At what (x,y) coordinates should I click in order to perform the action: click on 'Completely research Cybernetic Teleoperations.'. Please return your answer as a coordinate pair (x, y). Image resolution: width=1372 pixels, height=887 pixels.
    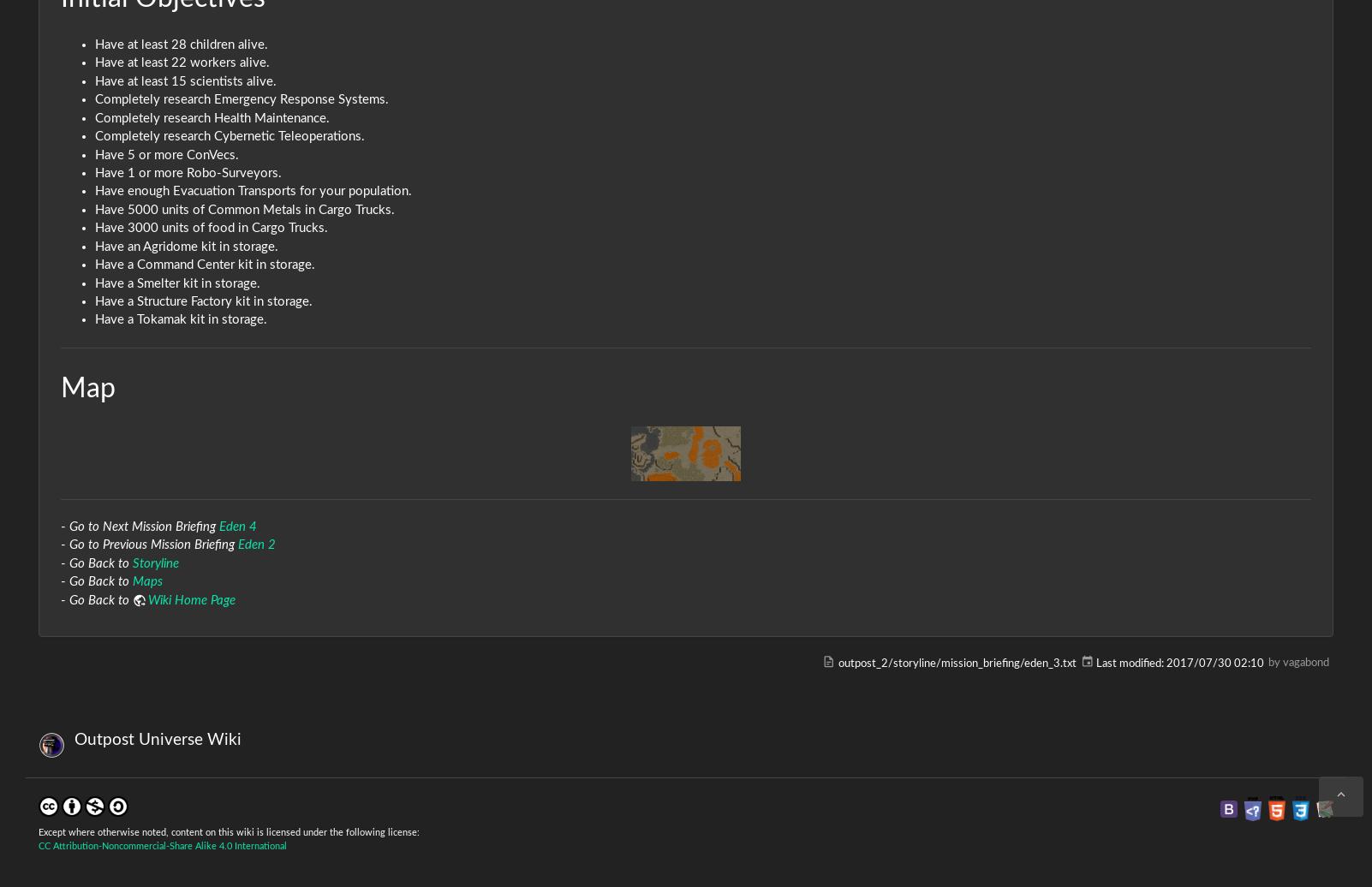
    Looking at the image, I should click on (229, 136).